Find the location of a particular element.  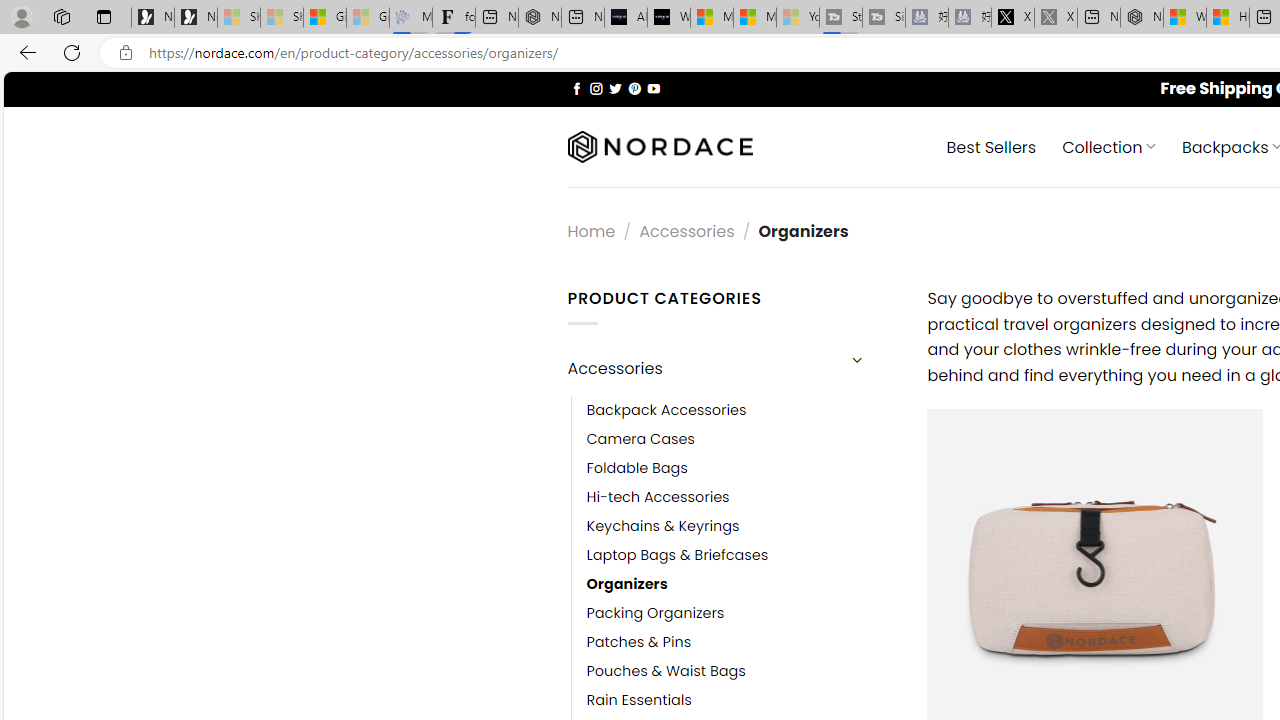

'Wildlife - MSN' is located at coordinates (1184, 17).